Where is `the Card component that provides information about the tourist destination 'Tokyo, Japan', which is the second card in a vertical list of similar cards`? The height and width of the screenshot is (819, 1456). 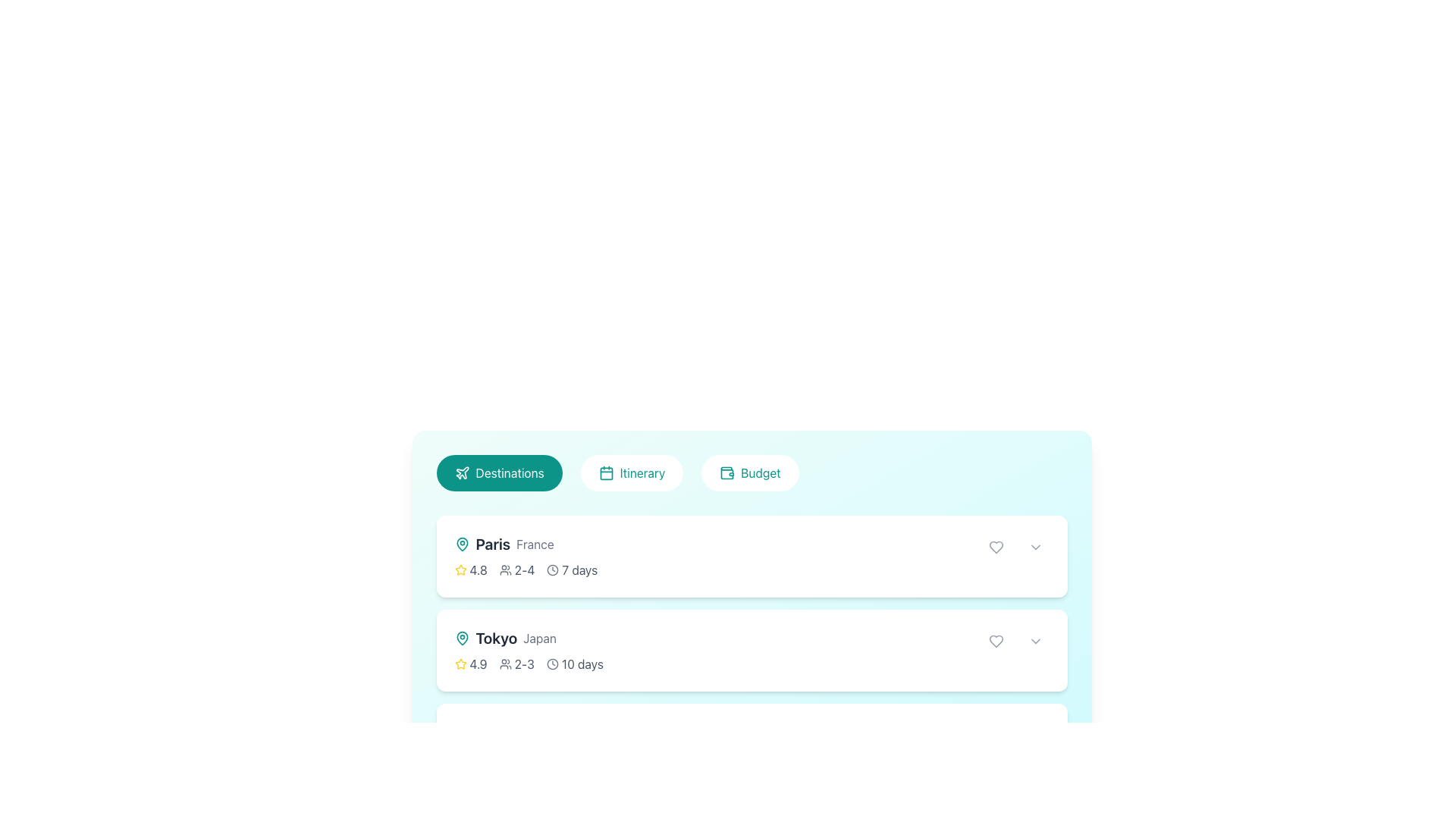
the Card component that provides information about the tourist destination 'Tokyo, Japan', which is the second card in a vertical list of similar cards is located at coordinates (752, 649).